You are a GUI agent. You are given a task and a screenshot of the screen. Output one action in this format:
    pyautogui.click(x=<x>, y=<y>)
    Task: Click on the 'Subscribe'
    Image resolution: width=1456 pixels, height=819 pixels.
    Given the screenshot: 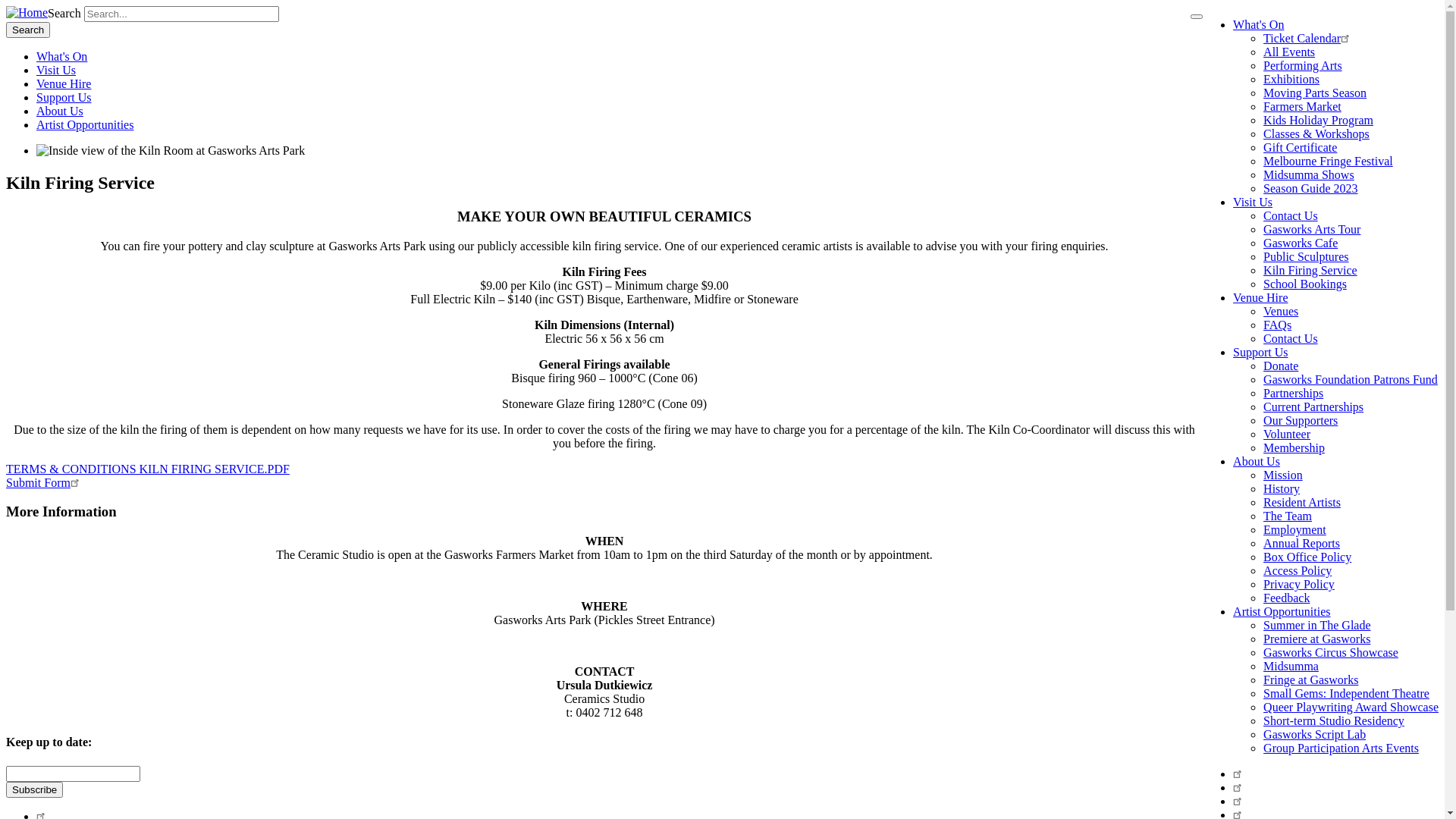 What is the action you would take?
    pyautogui.click(x=34, y=788)
    